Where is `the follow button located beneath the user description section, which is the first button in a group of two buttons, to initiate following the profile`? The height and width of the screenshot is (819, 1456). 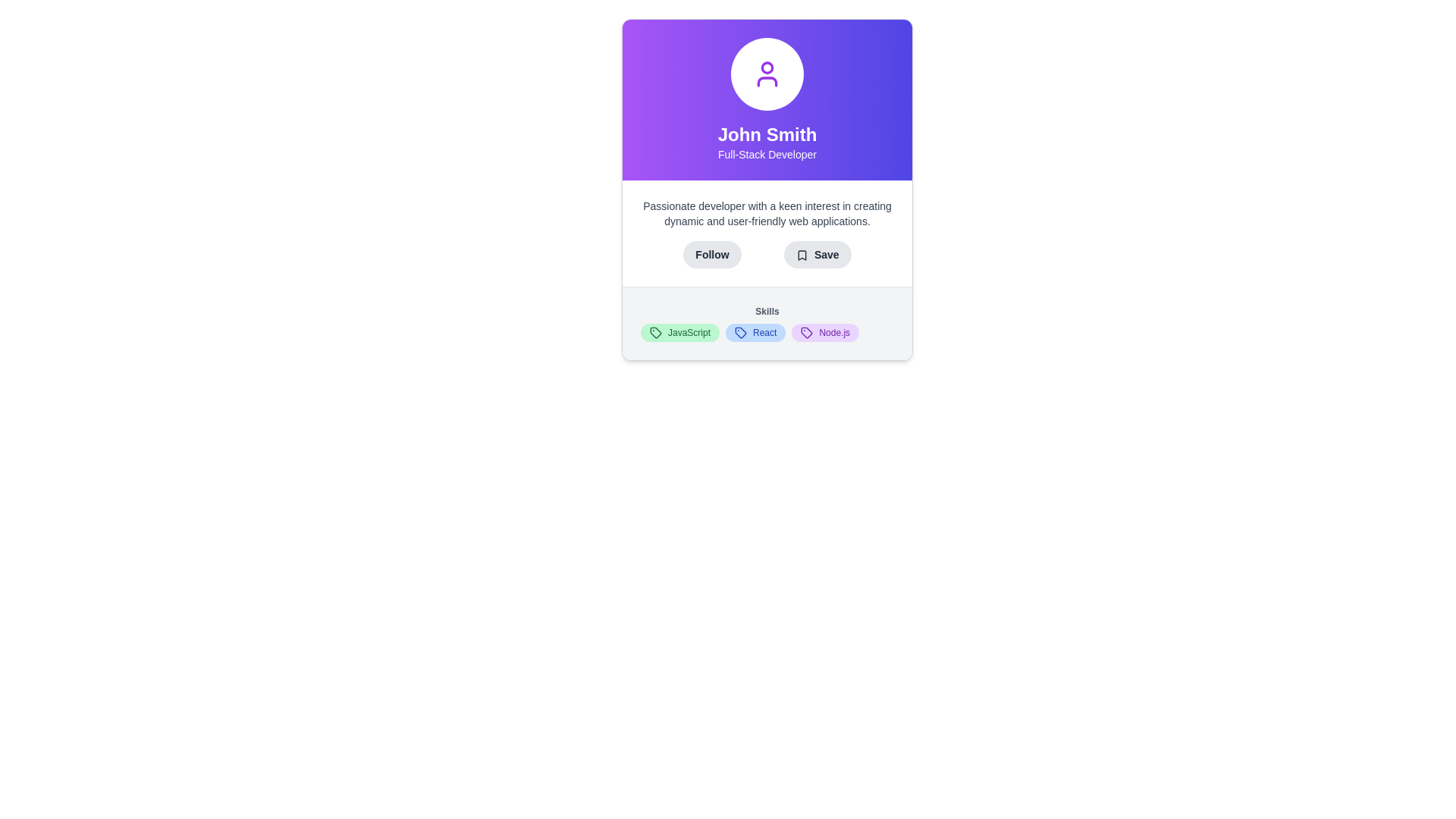
the follow button located beneath the user description section, which is the first button in a group of two buttons, to initiate following the profile is located at coordinates (711, 253).